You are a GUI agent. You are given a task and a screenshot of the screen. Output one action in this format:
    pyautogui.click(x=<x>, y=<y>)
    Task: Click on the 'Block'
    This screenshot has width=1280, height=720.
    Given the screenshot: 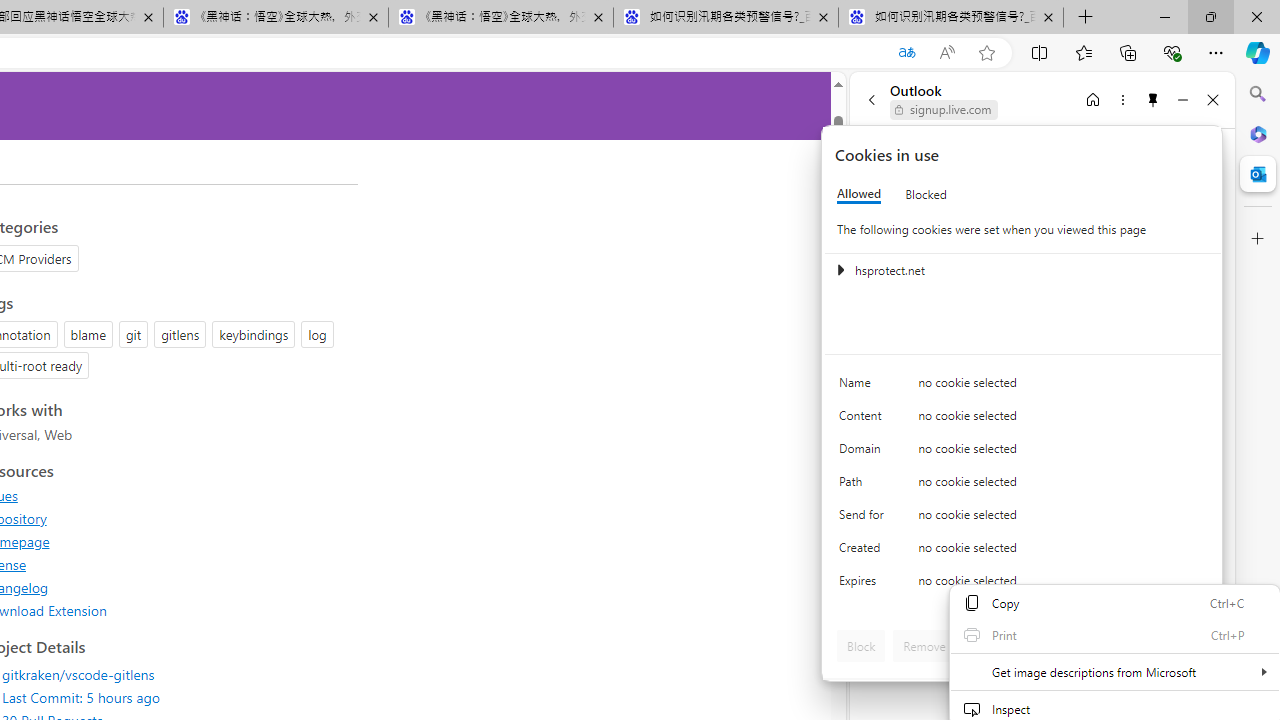 What is the action you would take?
    pyautogui.click(x=861, y=645)
    